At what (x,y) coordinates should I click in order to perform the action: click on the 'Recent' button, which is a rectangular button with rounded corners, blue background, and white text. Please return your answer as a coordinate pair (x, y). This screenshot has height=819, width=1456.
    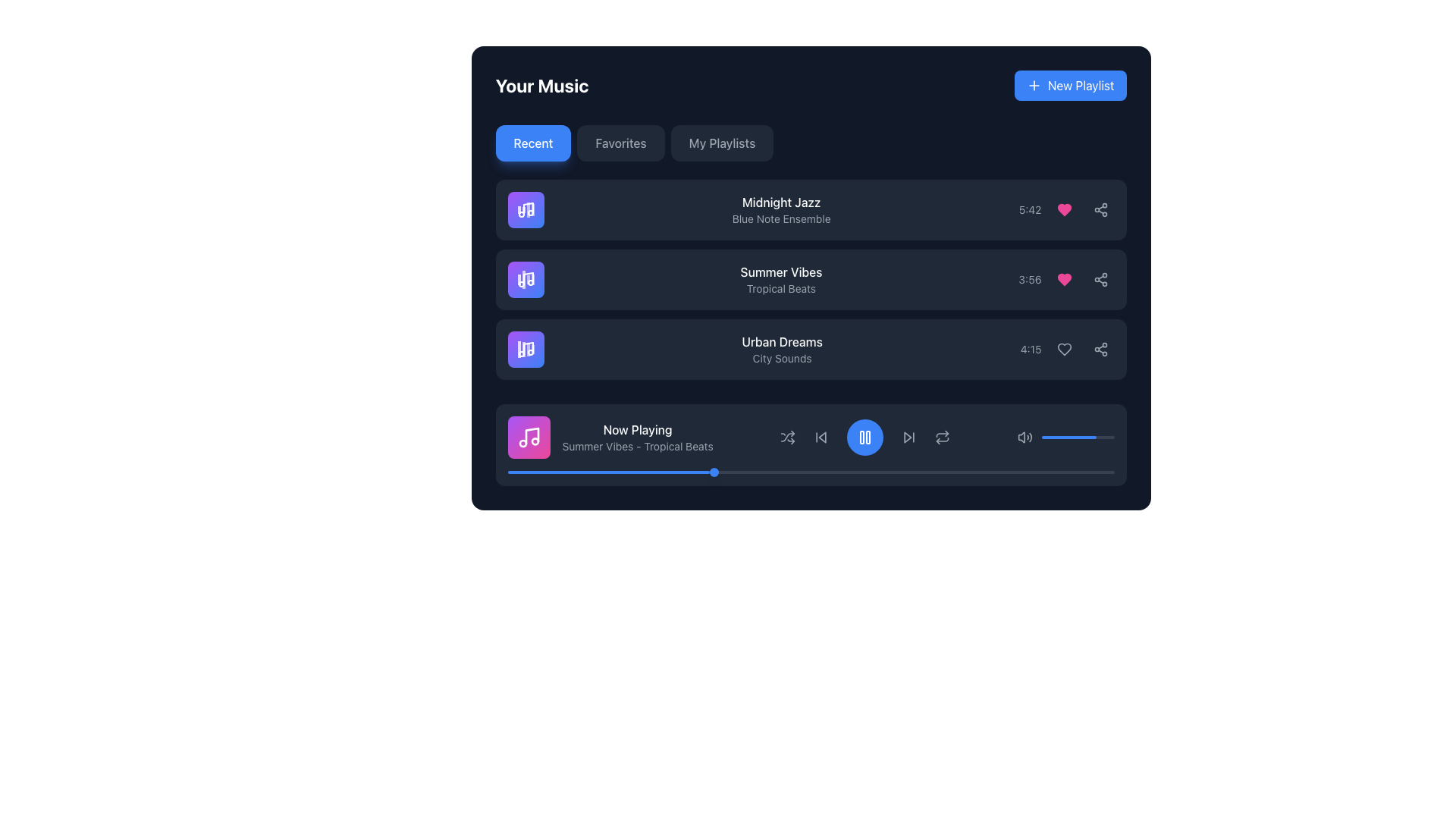
    Looking at the image, I should click on (533, 143).